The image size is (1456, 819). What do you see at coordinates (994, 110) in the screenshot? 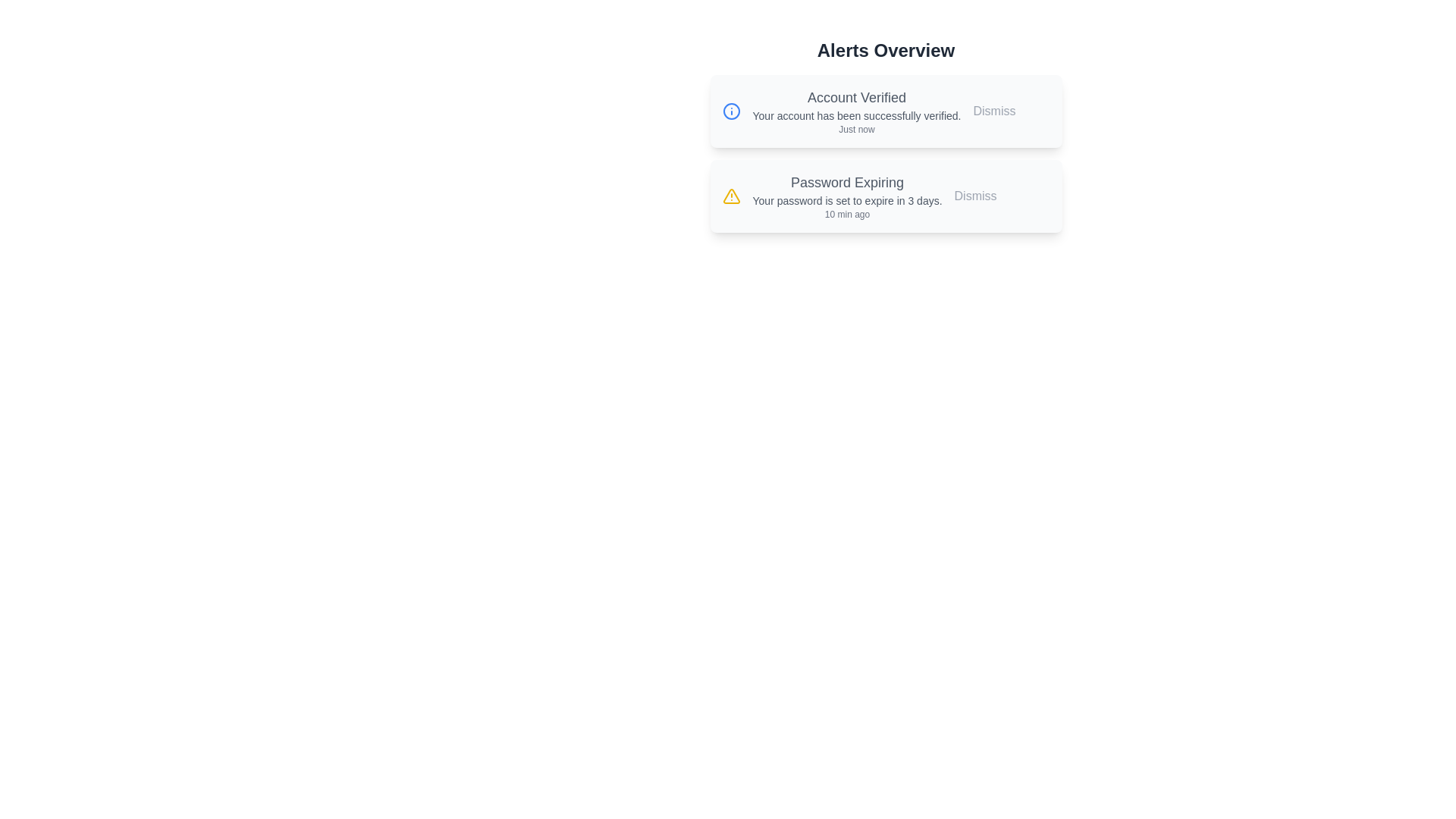
I see `the dismiss button for the alert titled 'Account Verified'` at bounding box center [994, 110].